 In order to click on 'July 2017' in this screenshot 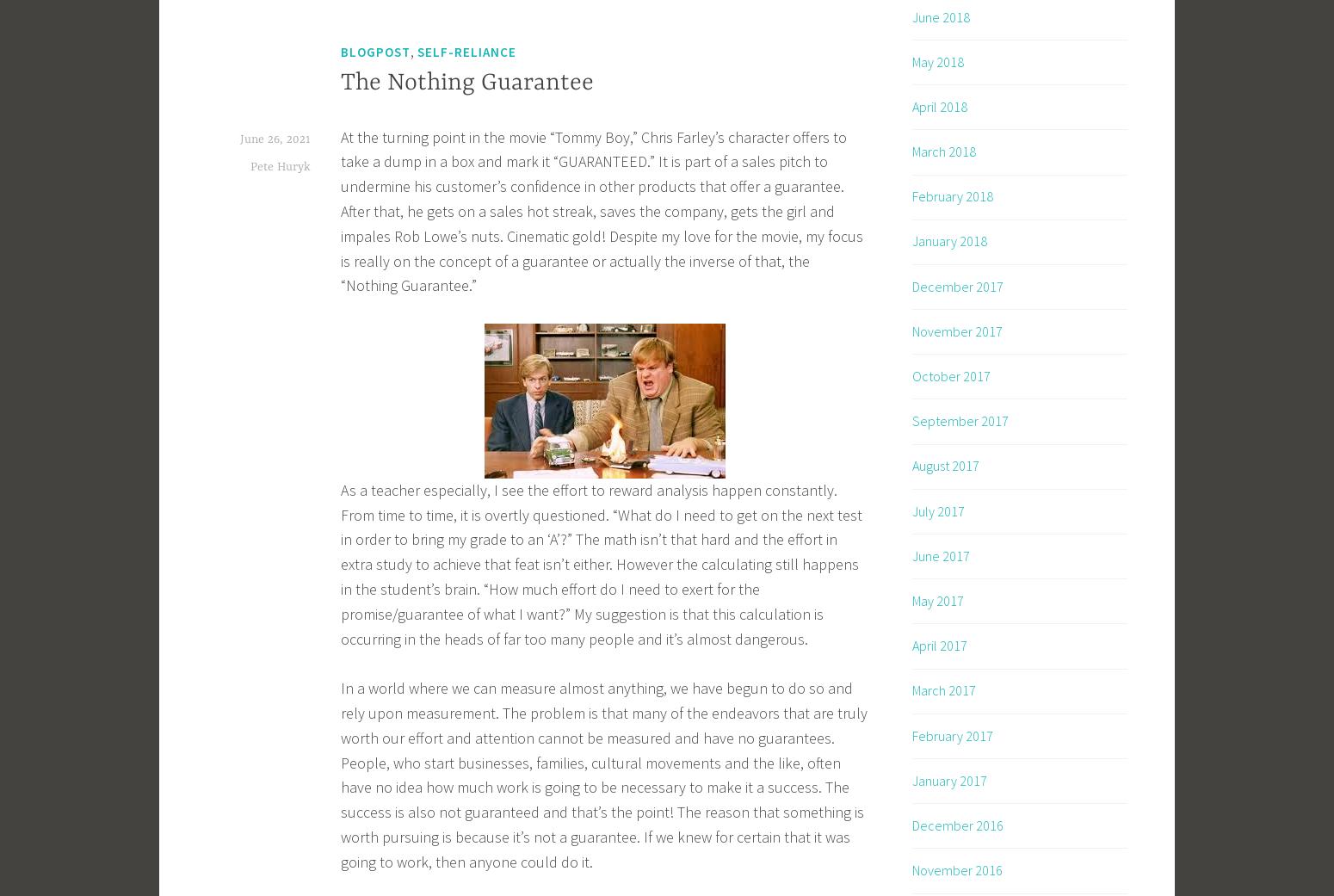, I will do `click(937, 510)`.